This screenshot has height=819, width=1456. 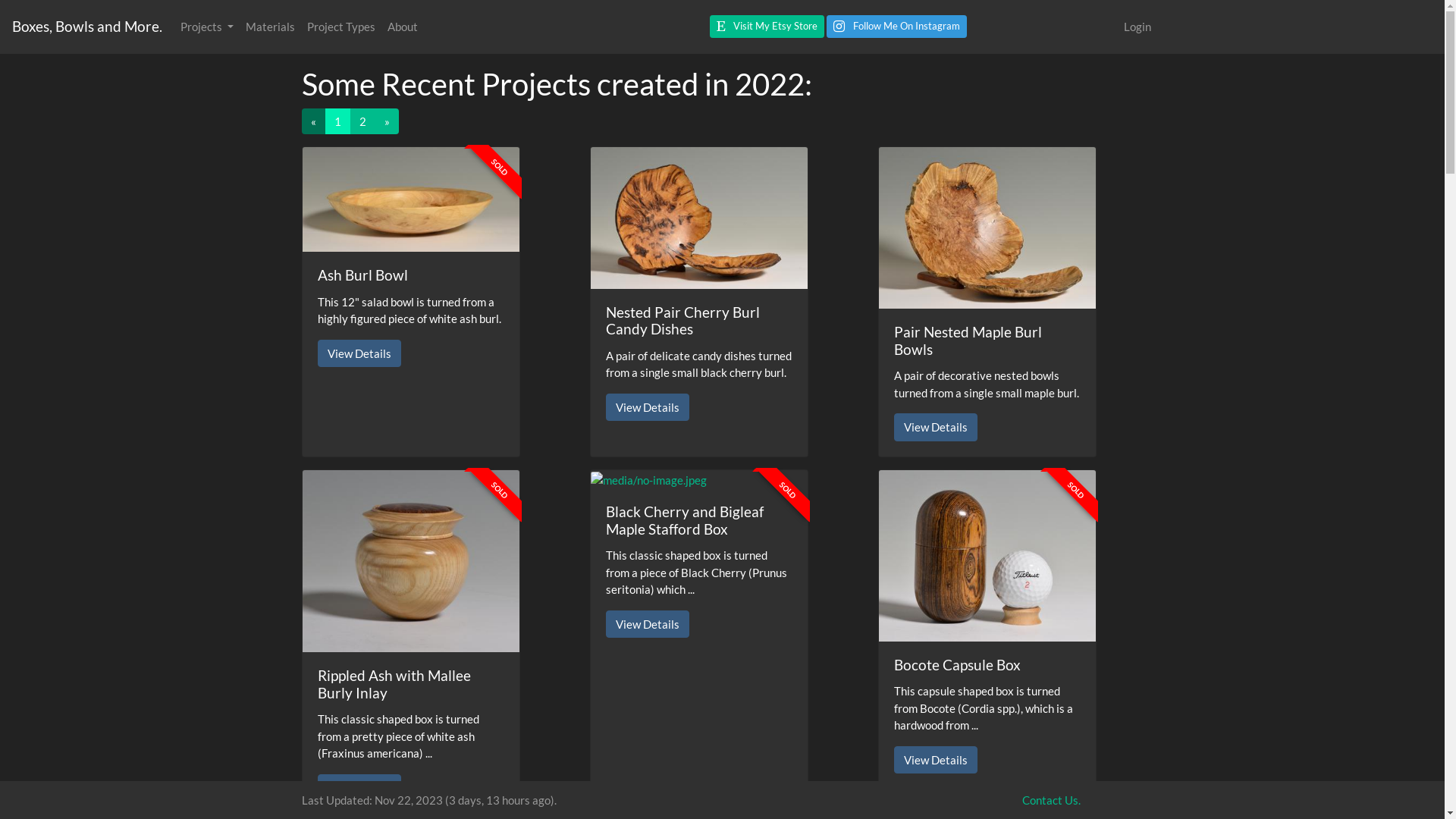 I want to click on 'Projects', so click(x=206, y=27).